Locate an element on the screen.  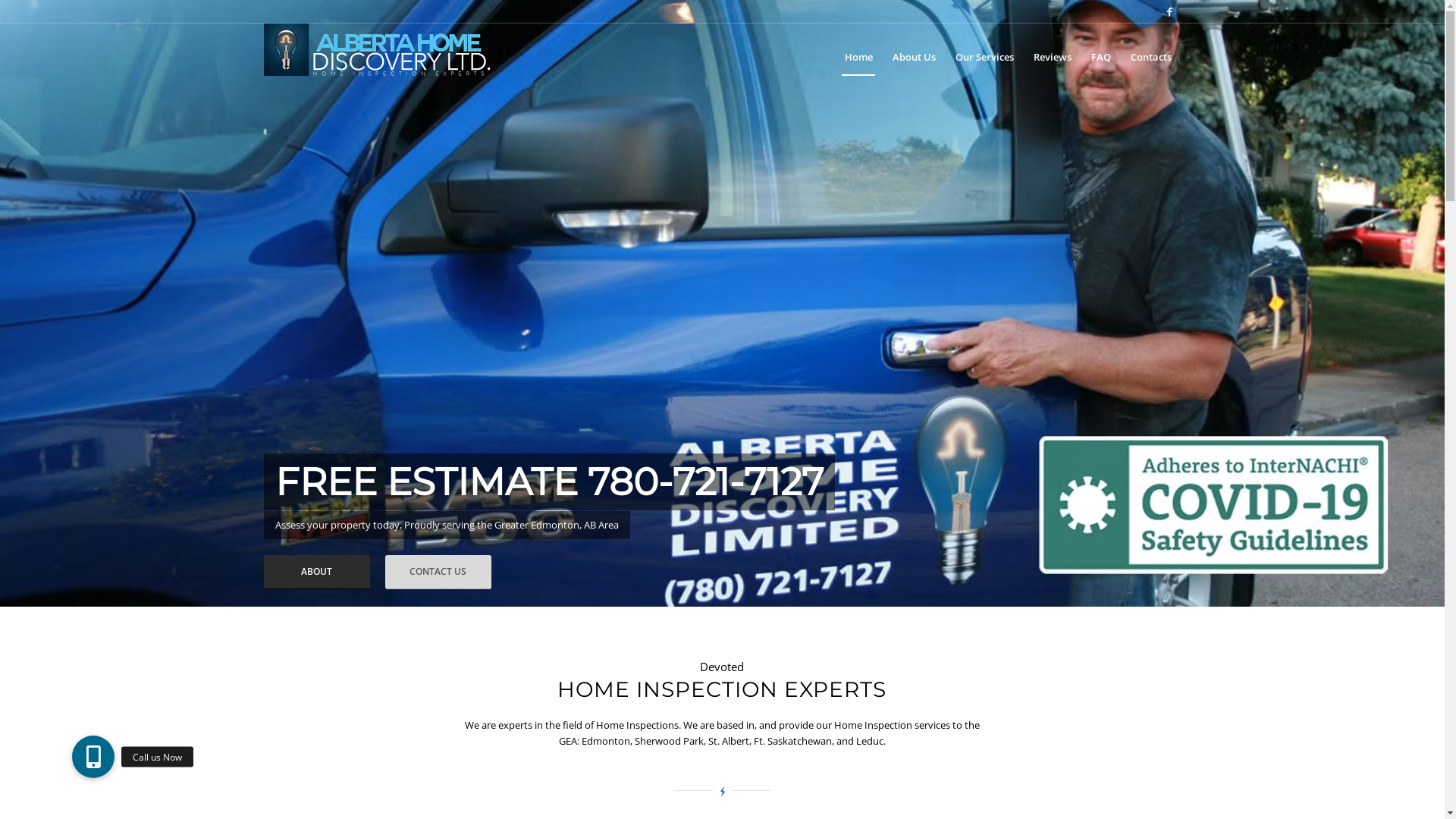
'ABOUT' is located at coordinates (263, 572).